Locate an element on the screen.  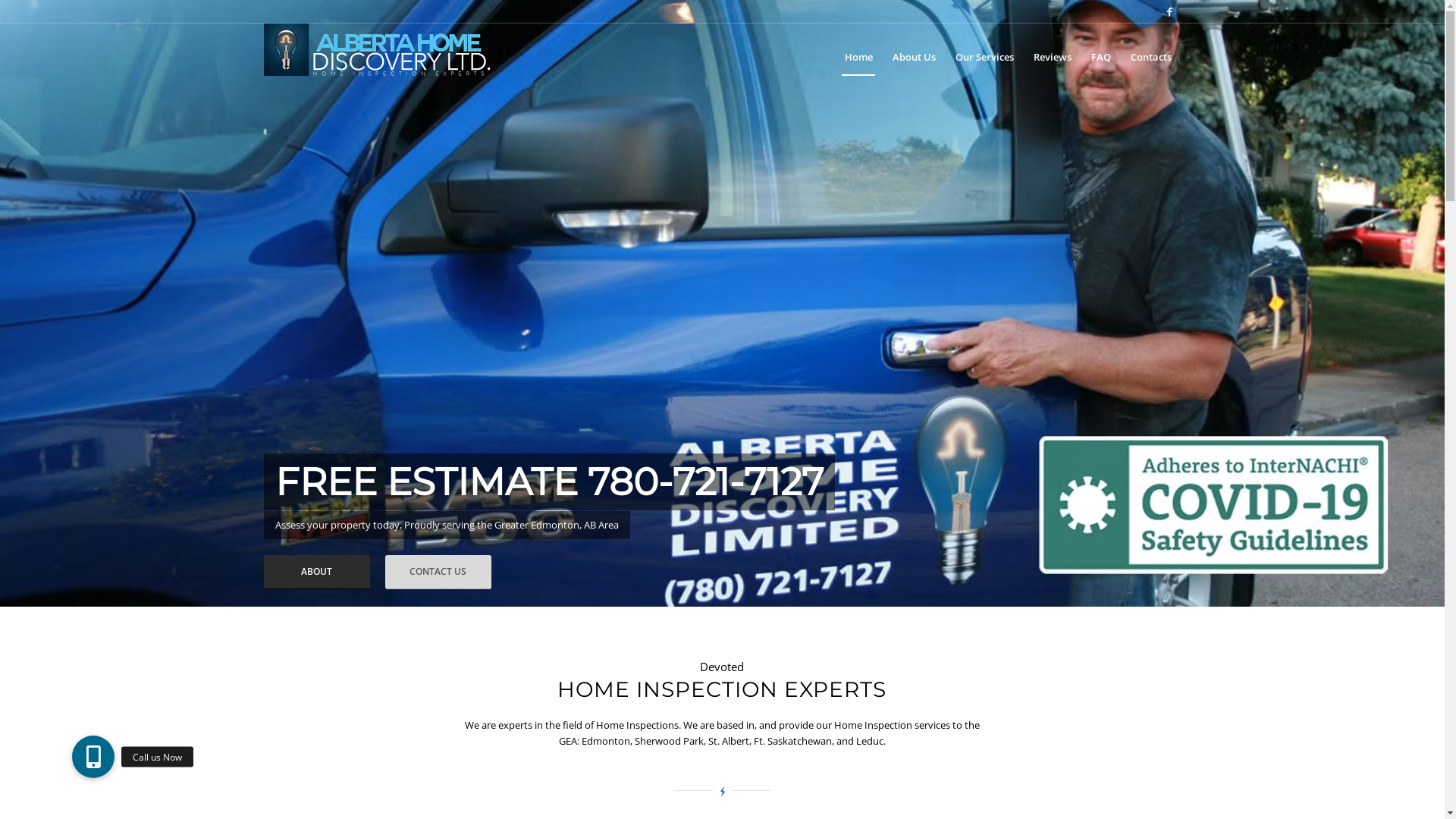
'ABOUT' is located at coordinates (263, 572).